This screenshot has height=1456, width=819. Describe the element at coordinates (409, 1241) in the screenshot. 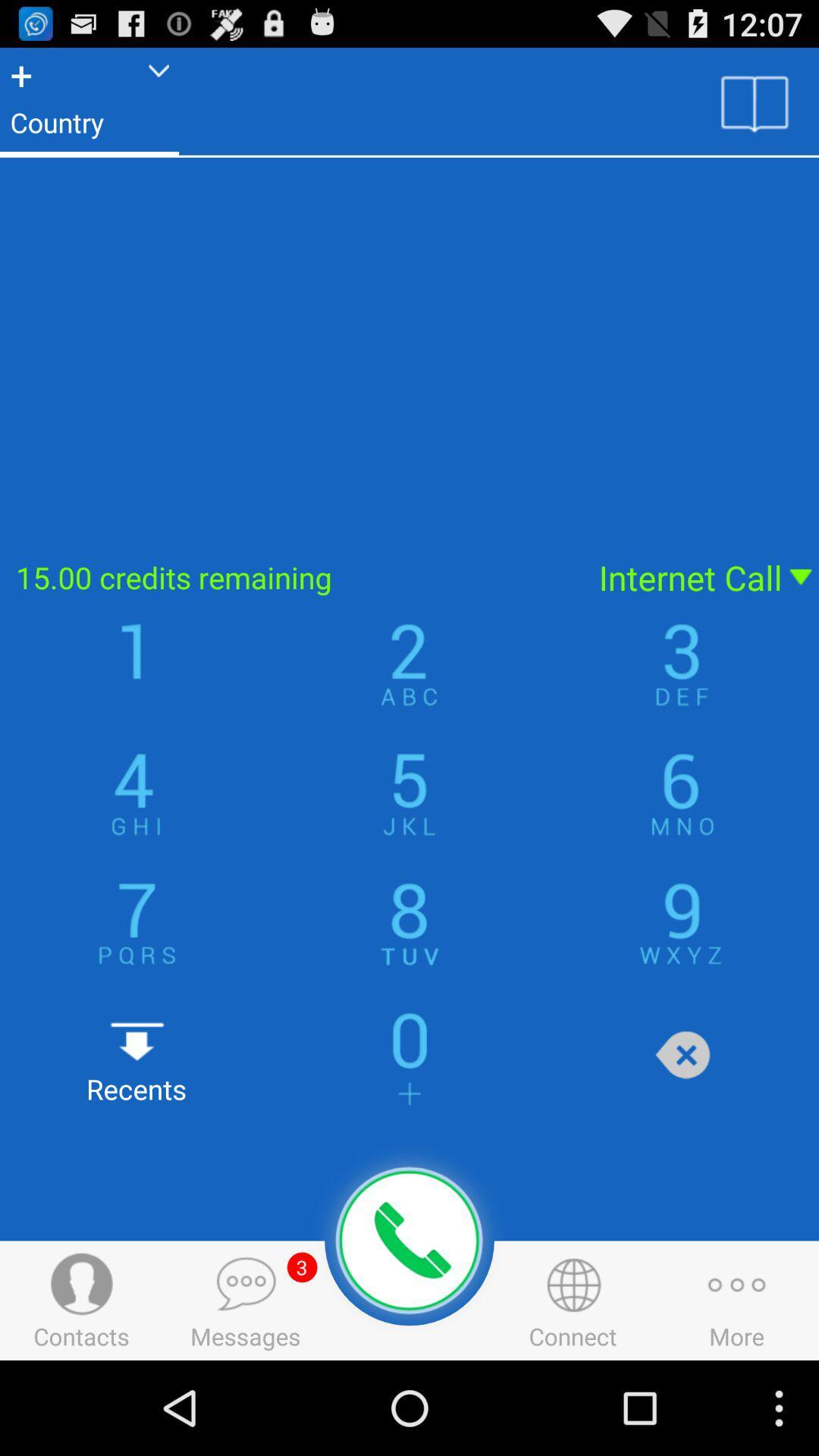

I see `make a call` at that location.